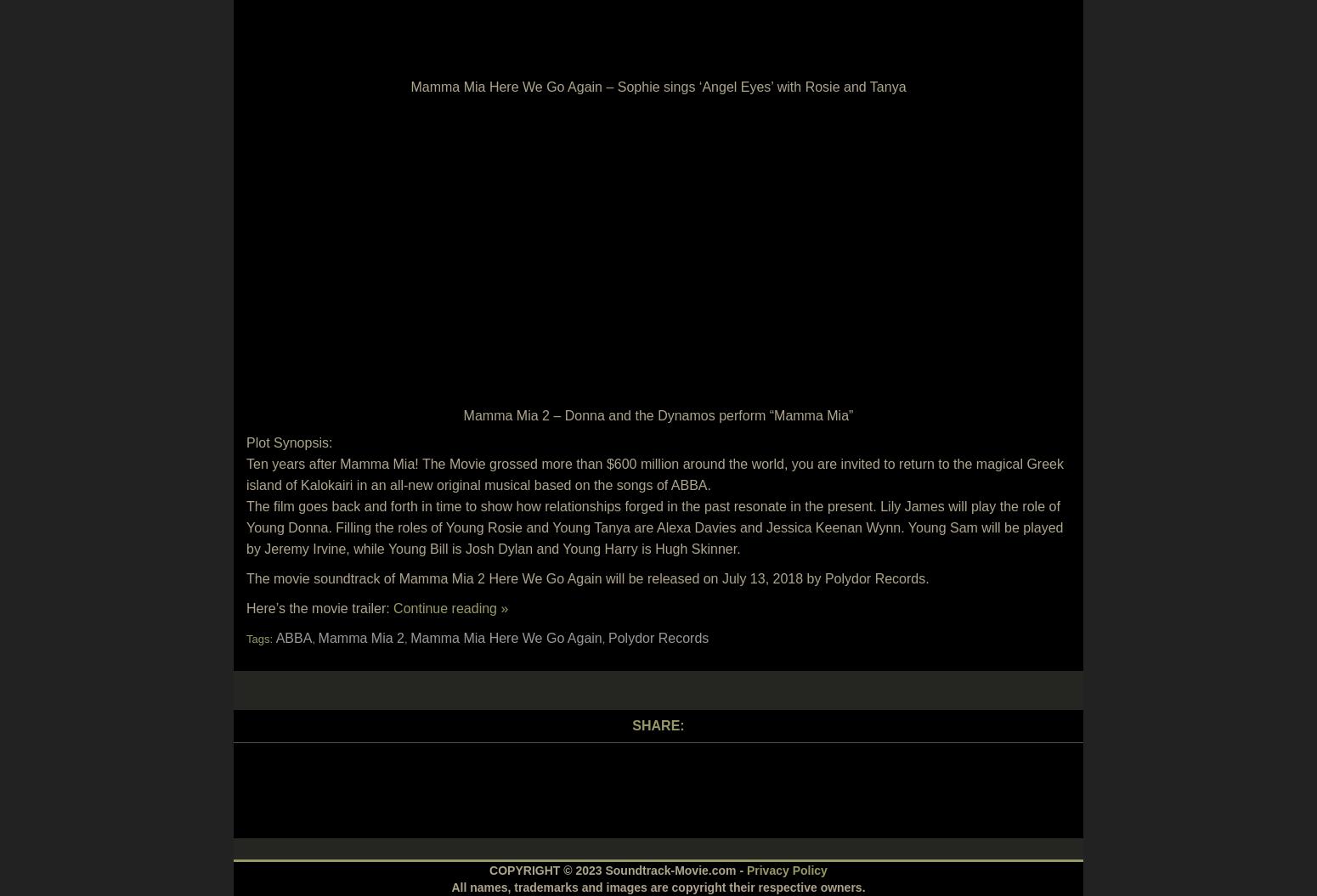  I want to click on 'Privacy Policy', so click(786, 870).